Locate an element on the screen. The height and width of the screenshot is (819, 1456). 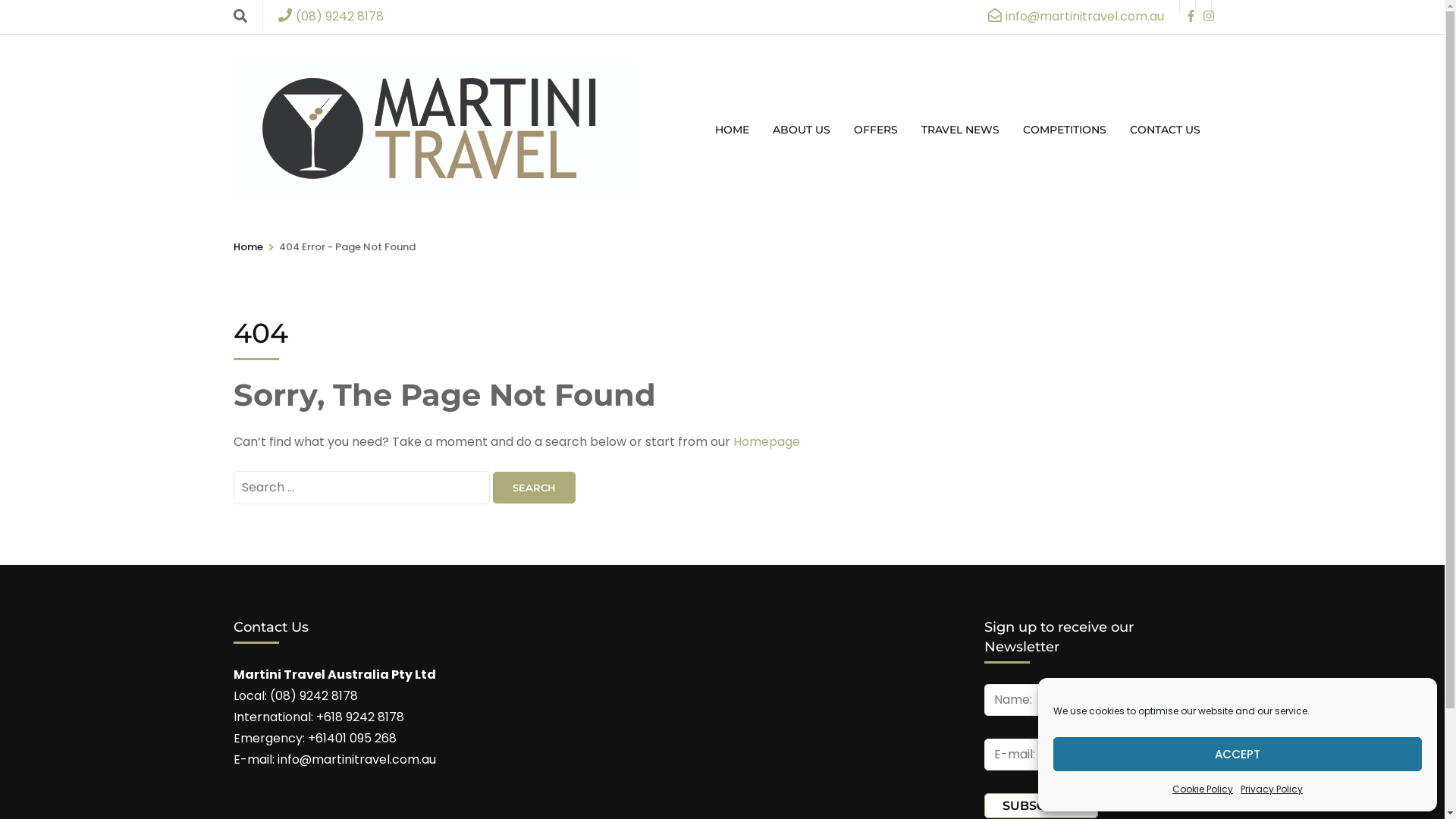
'HOME' is located at coordinates (732, 128).